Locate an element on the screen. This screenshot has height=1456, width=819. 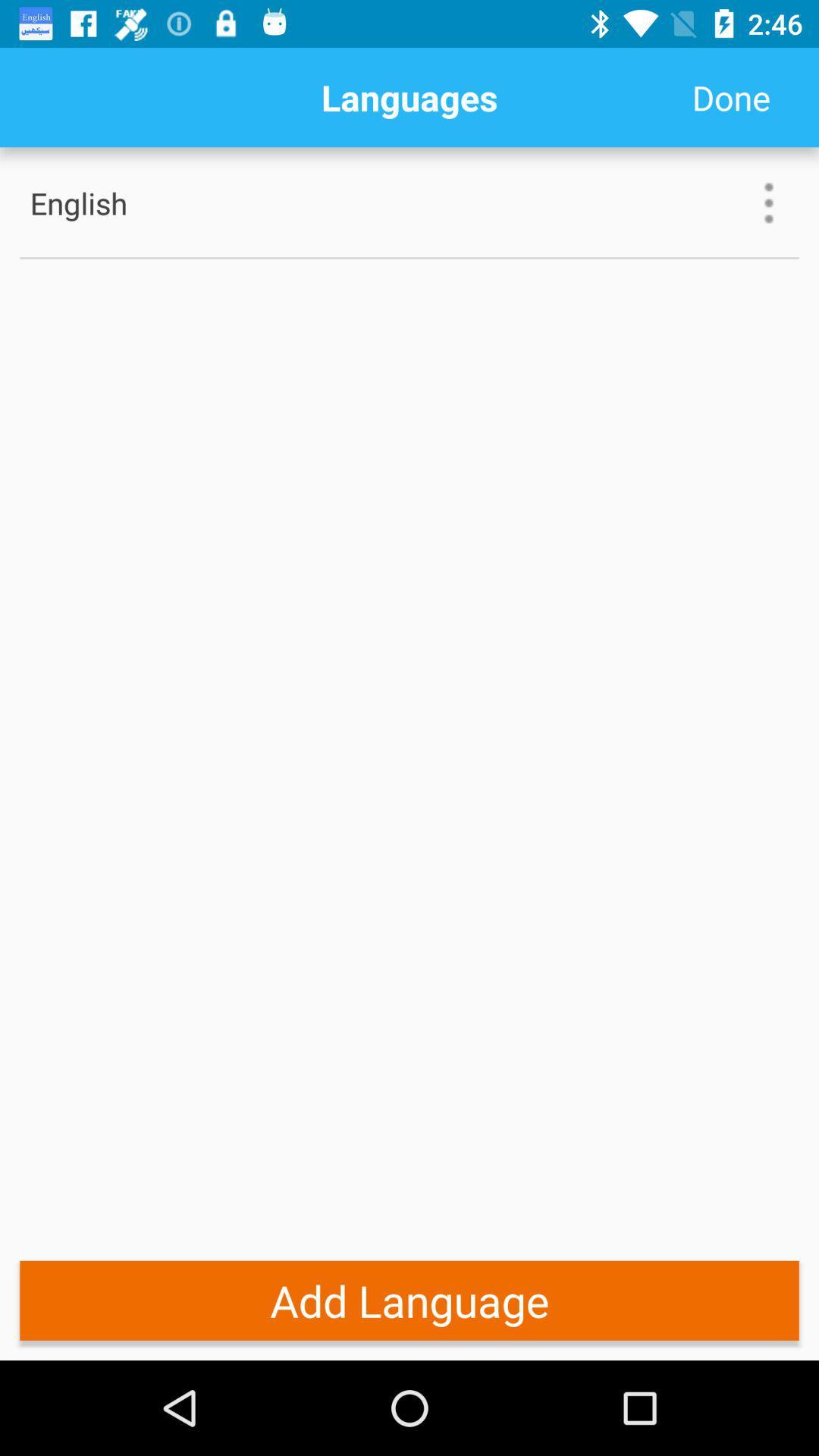
open menu is located at coordinates (769, 202).